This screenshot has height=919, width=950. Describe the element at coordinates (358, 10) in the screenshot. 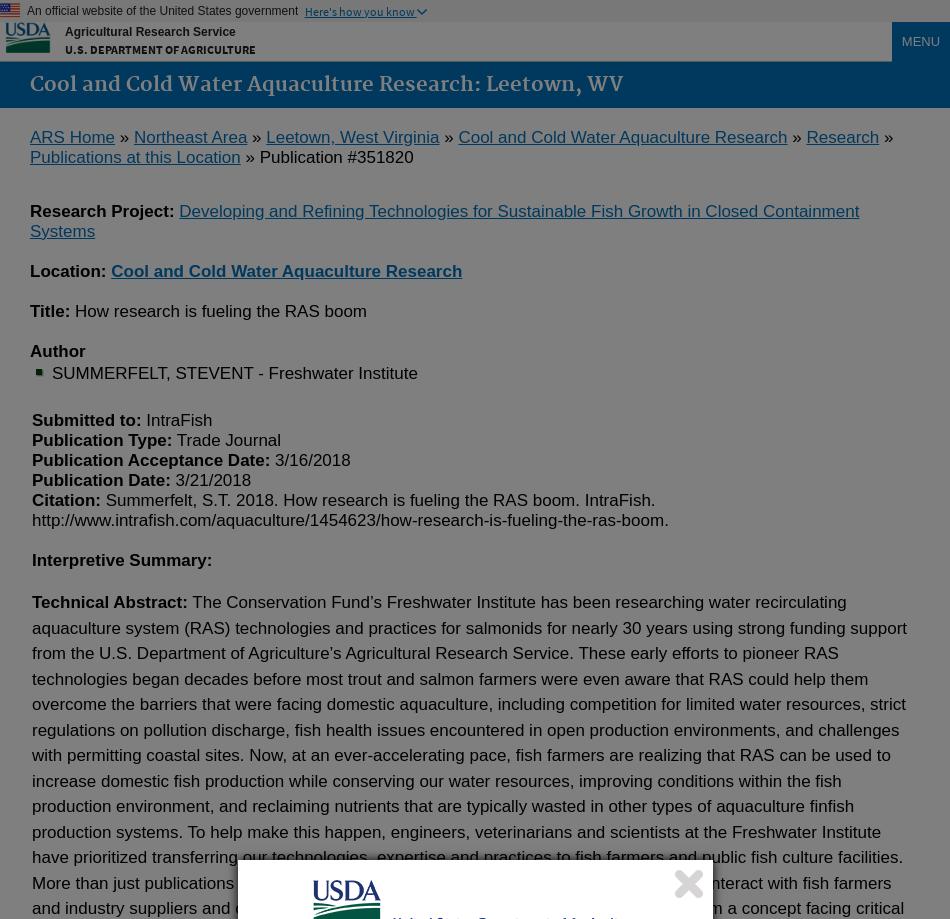

I see `'Here's how you know'` at that location.